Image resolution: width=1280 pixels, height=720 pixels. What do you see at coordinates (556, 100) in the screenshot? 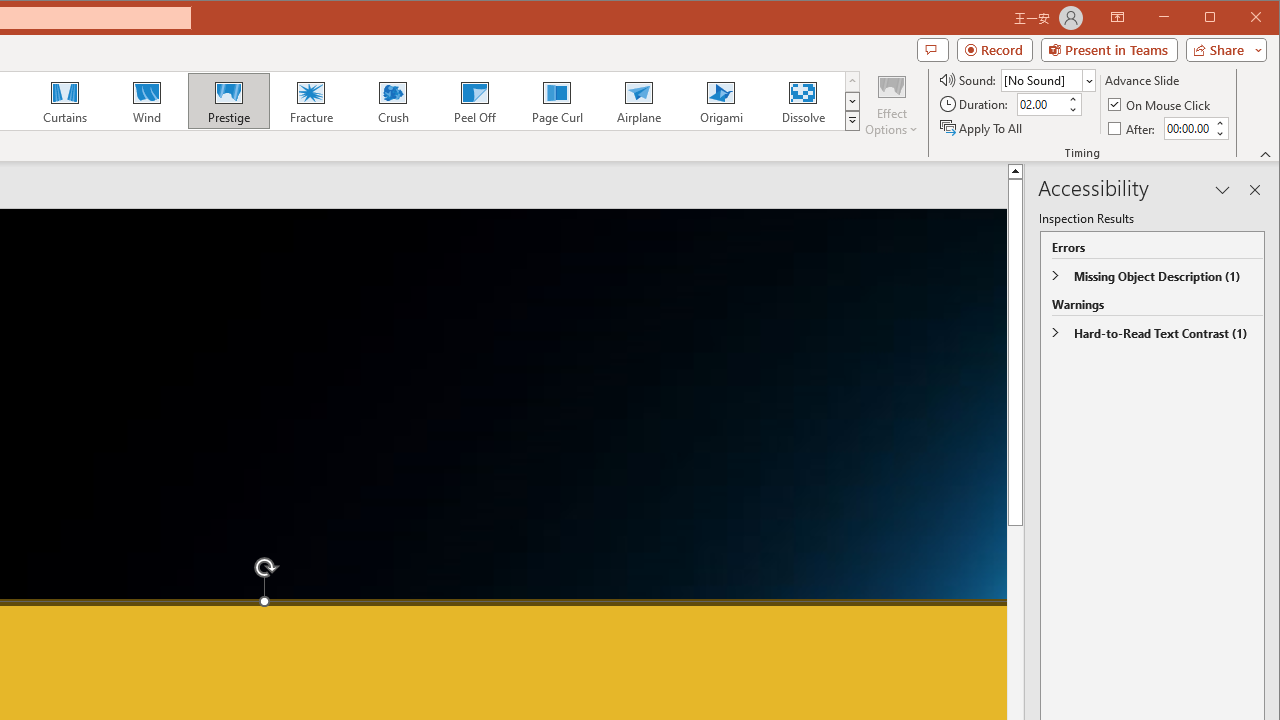
I see `'Page Curl'` at bounding box center [556, 100].